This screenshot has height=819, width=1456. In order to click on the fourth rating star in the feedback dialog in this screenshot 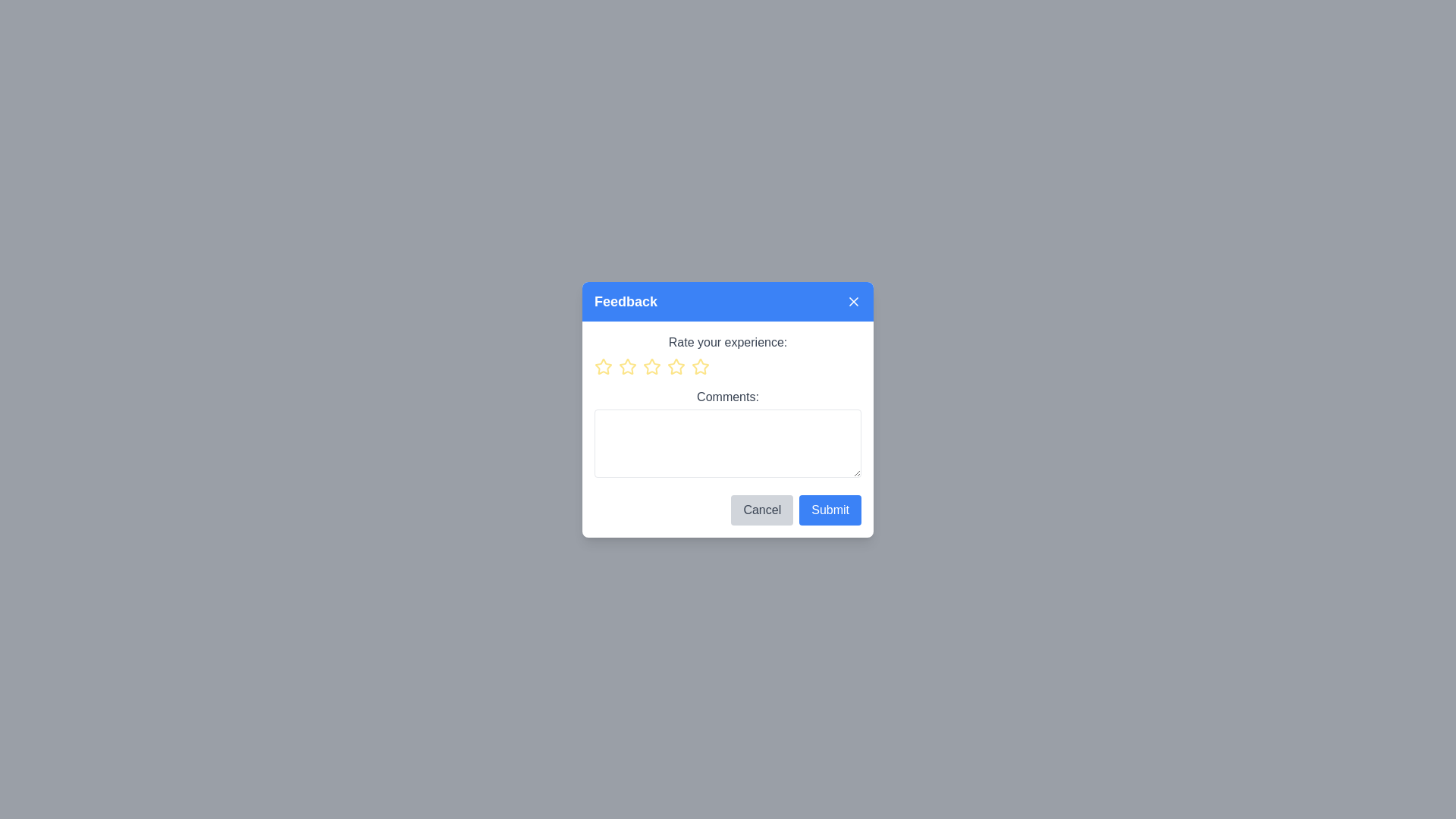, I will do `click(698, 366)`.